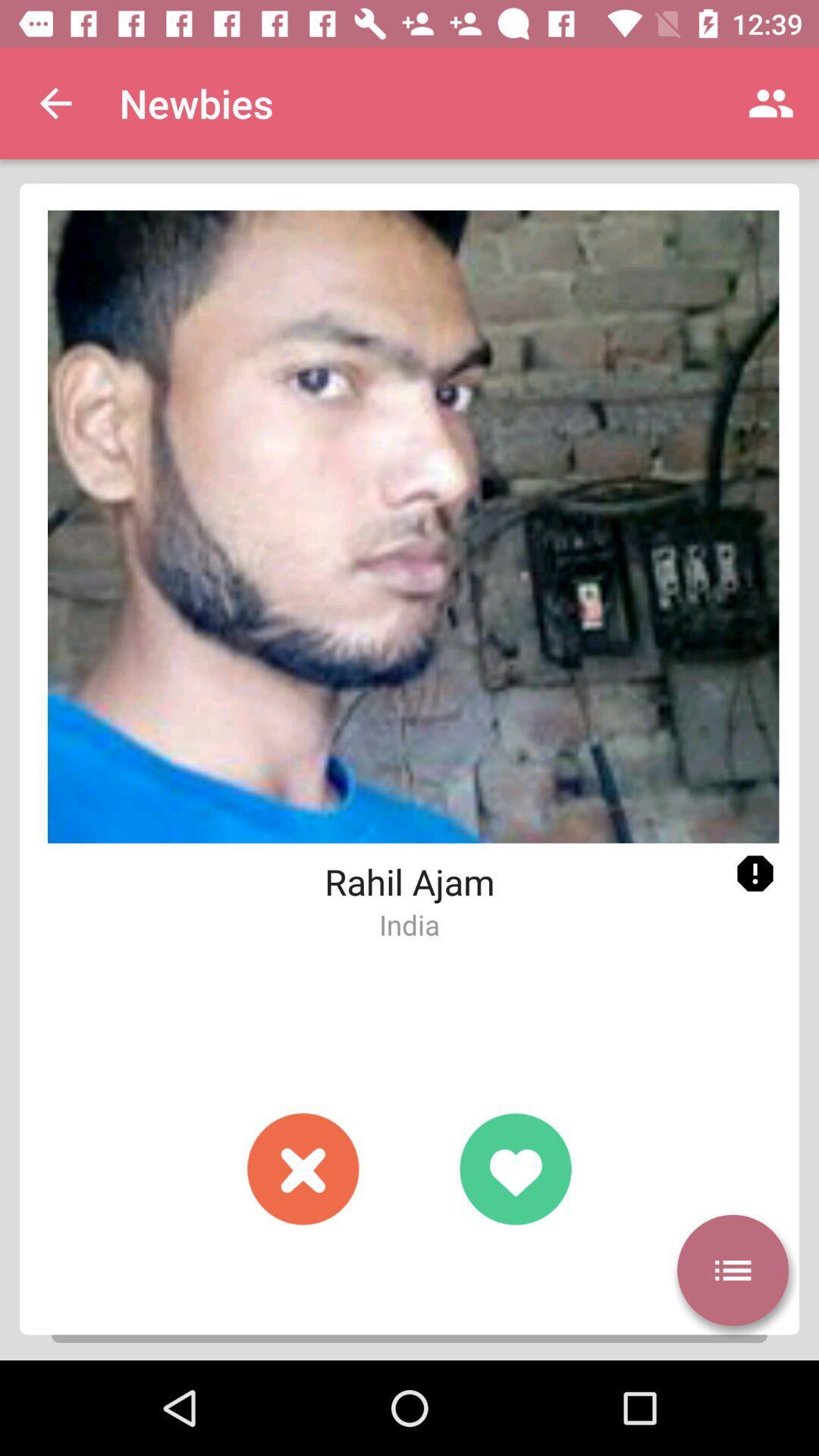 The width and height of the screenshot is (819, 1456). What do you see at coordinates (514, 1168) in the screenshot?
I see `the favorite icon` at bounding box center [514, 1168].